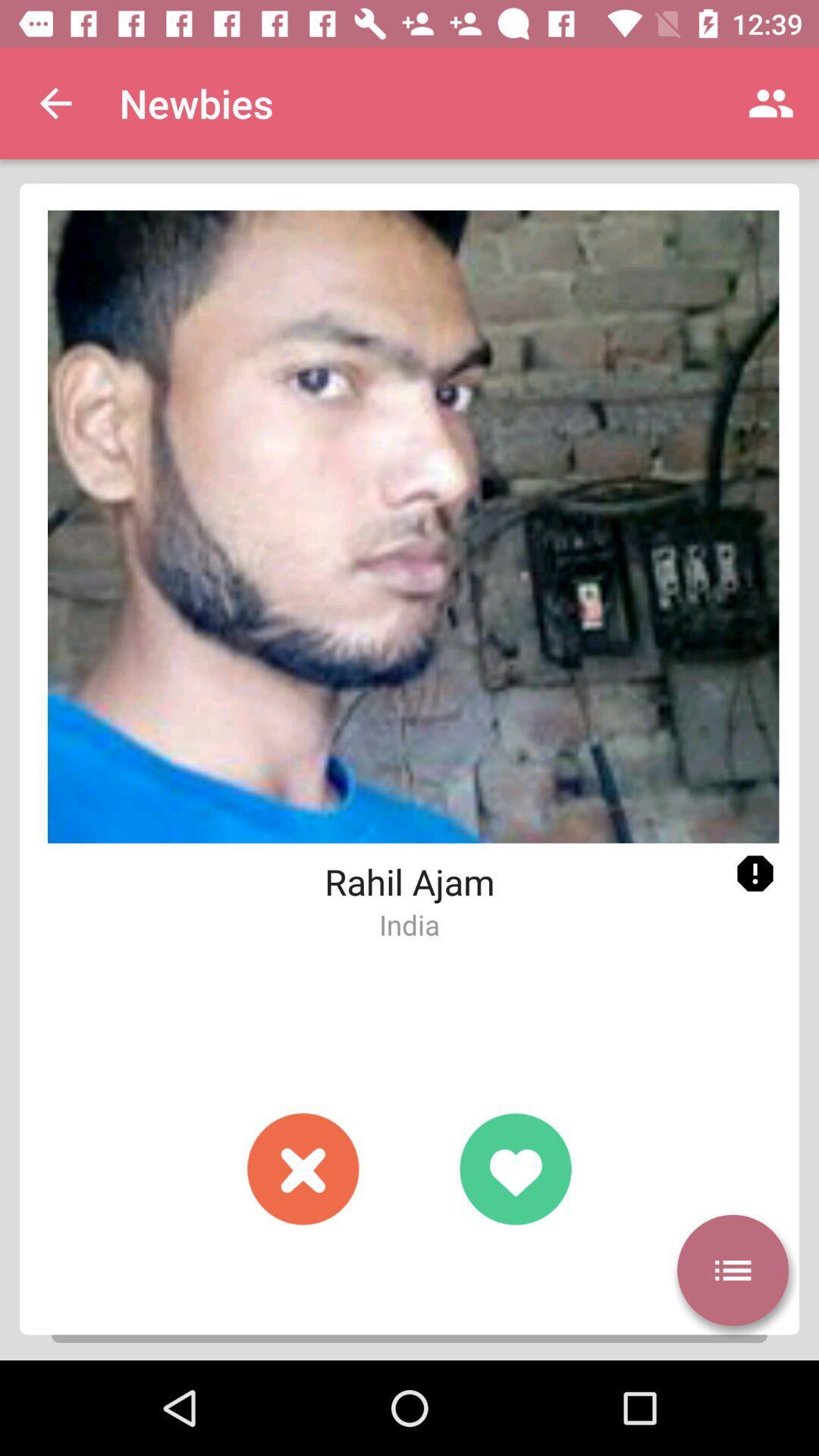 The width and height of the screenshot is (819, 1456). What do you see at coordinates (514, 1168) in the screenshot?
I see `the favorite icon` at bounding box center [514, 1168].